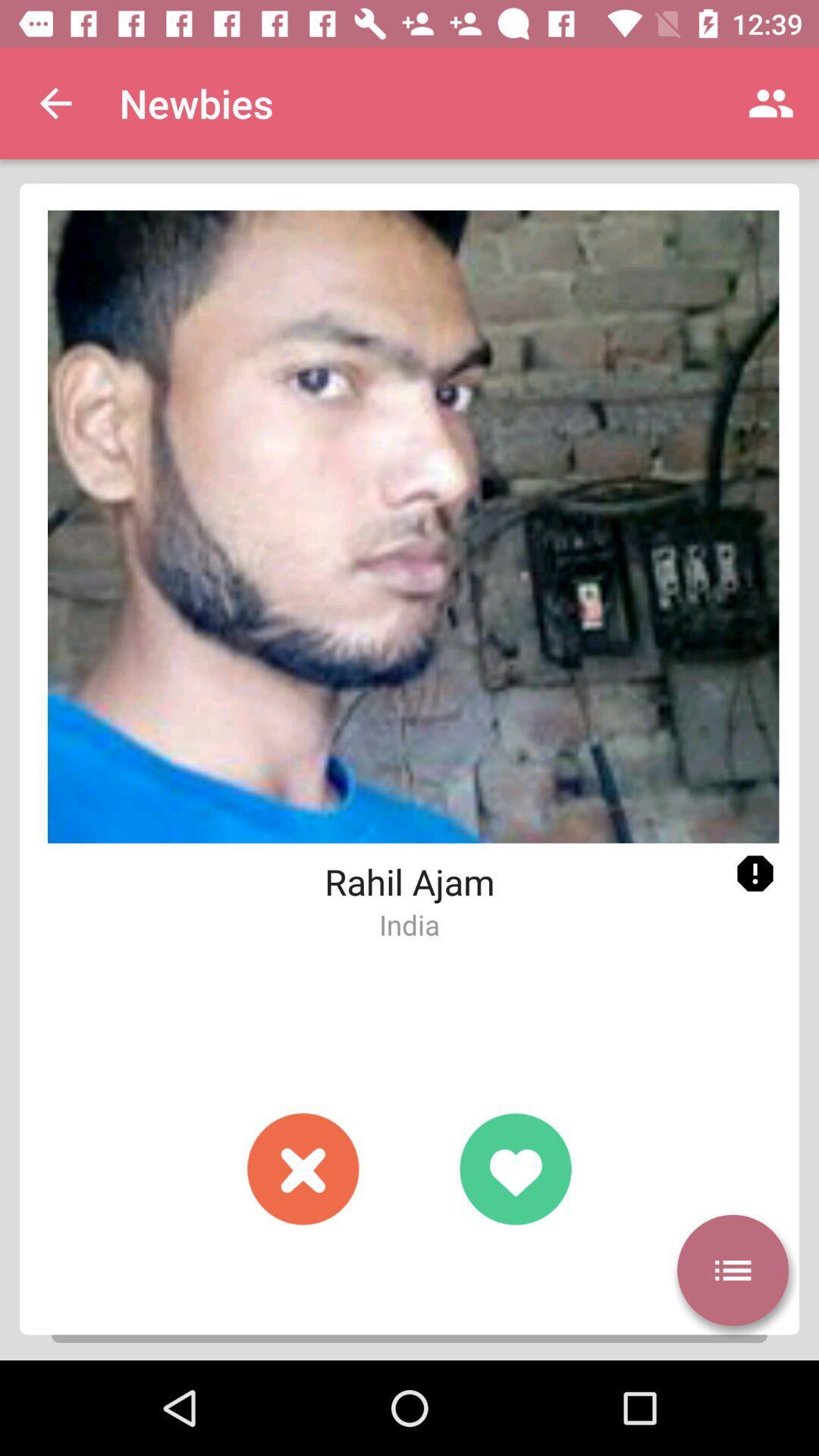 The width and height of the screenshot is (819, 1456). What do you see at coordinates (514, 1168) in the screenshot?
I see `the favorite icon` at bounding box center [514, 1168].